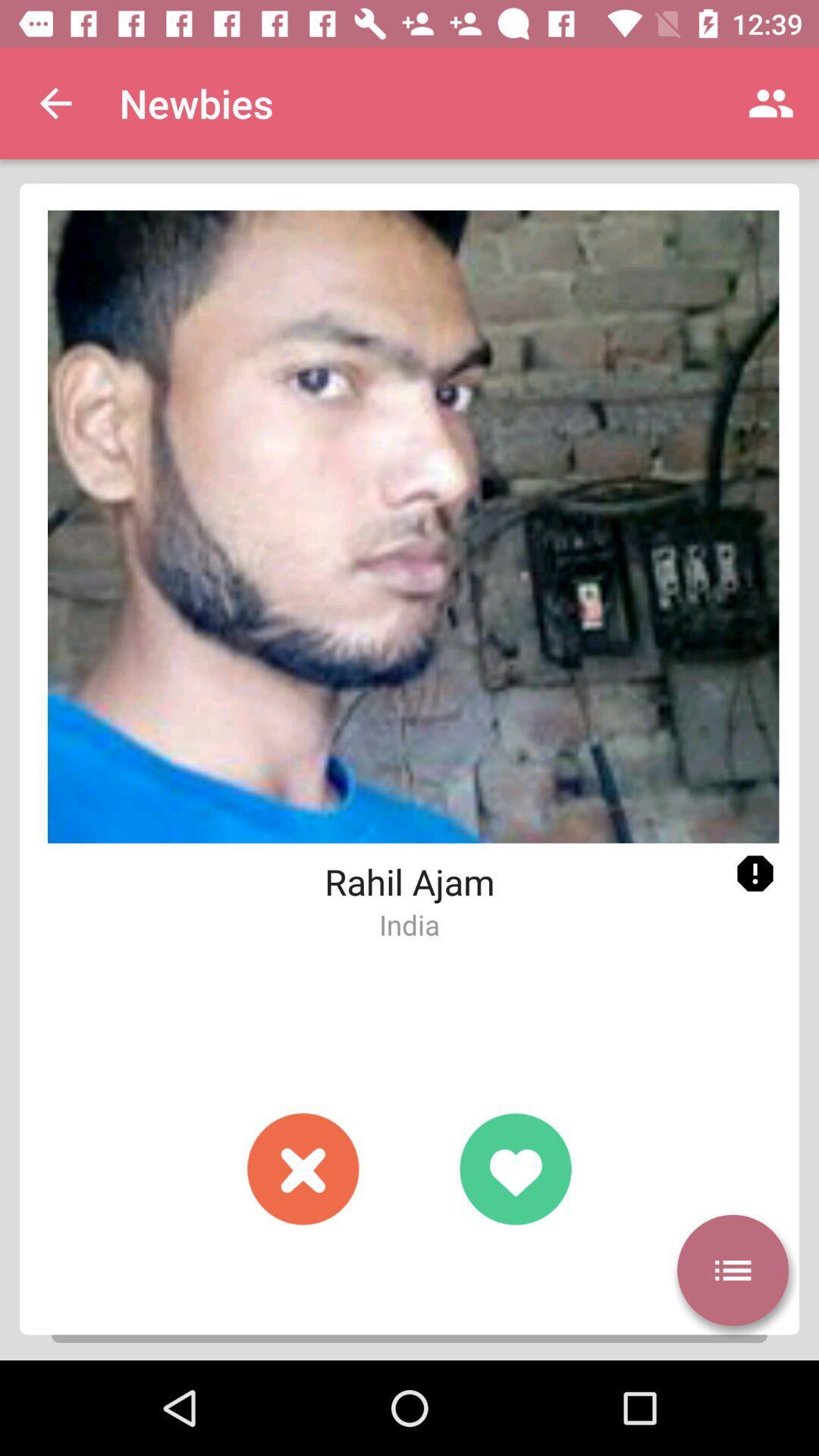 The width and height of the screenshot is (819, 1456). What do you see at coordinates (514, 1168) in the screenshot?
I see `the favorite icon` at bounding box center [514, 1168].